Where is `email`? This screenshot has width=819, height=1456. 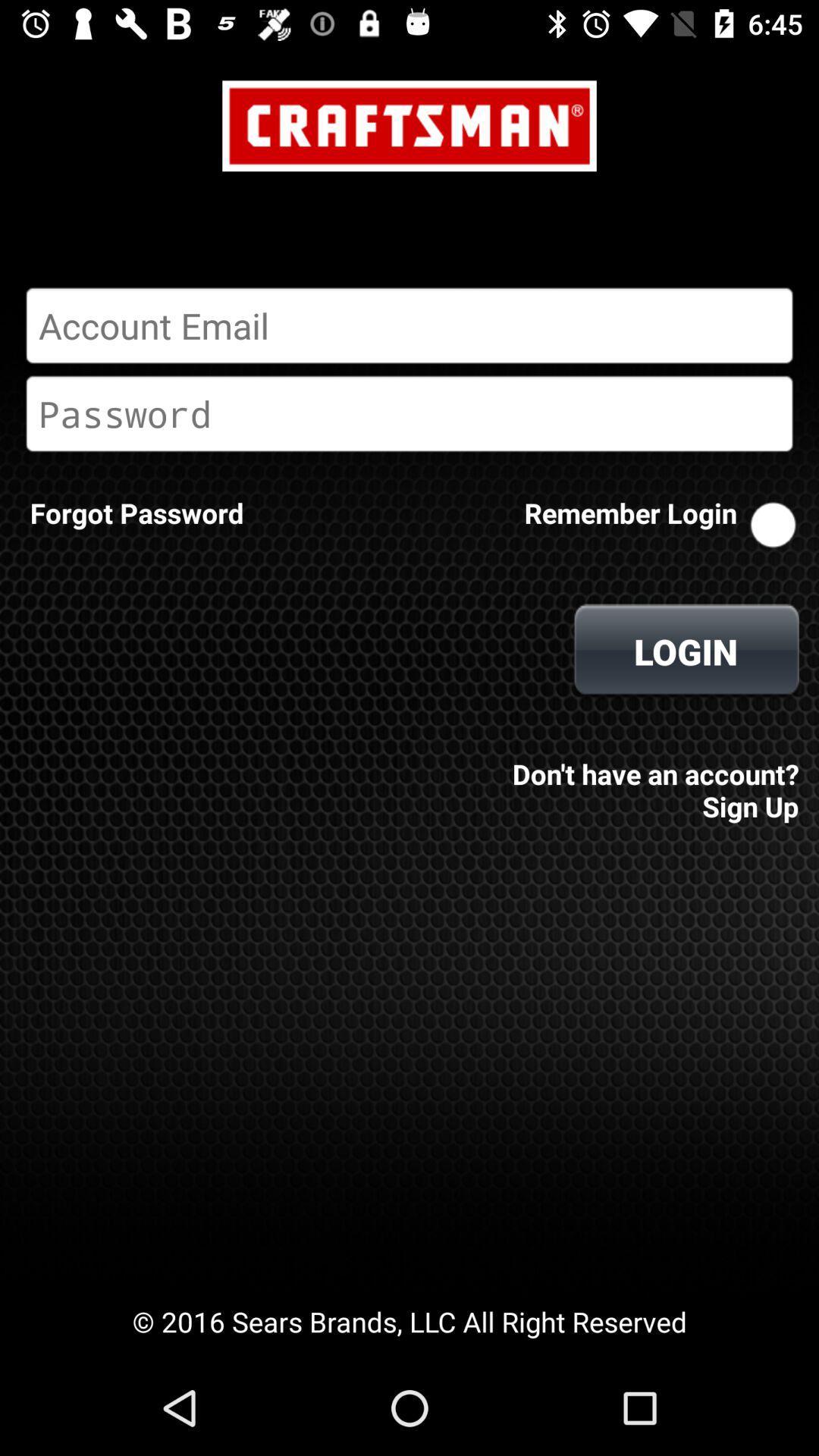 email is located at coordinates (409, 325).